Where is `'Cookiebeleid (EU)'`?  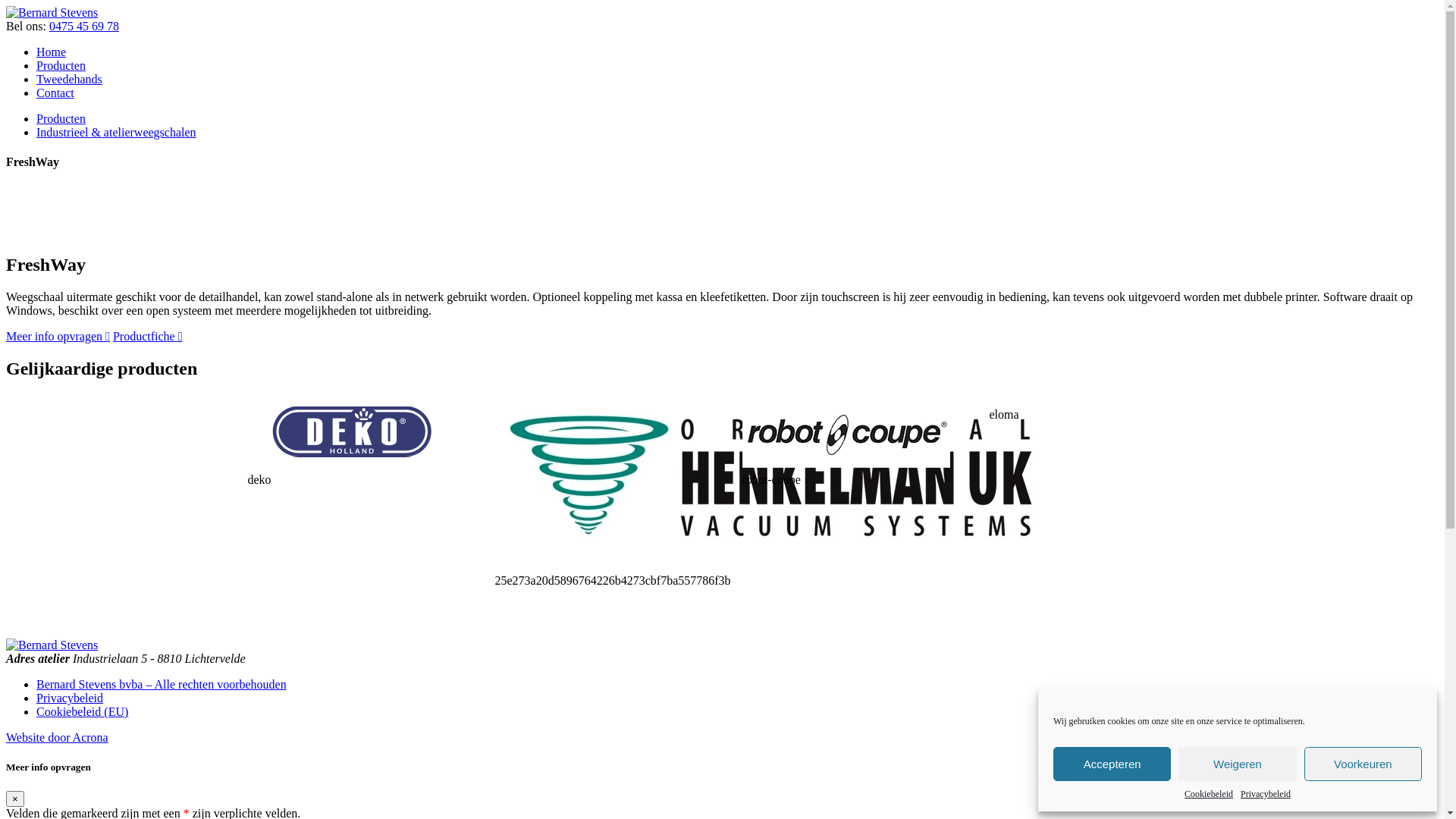
'Cookiebeleid (EU)' is located at coordinates (81, 711).